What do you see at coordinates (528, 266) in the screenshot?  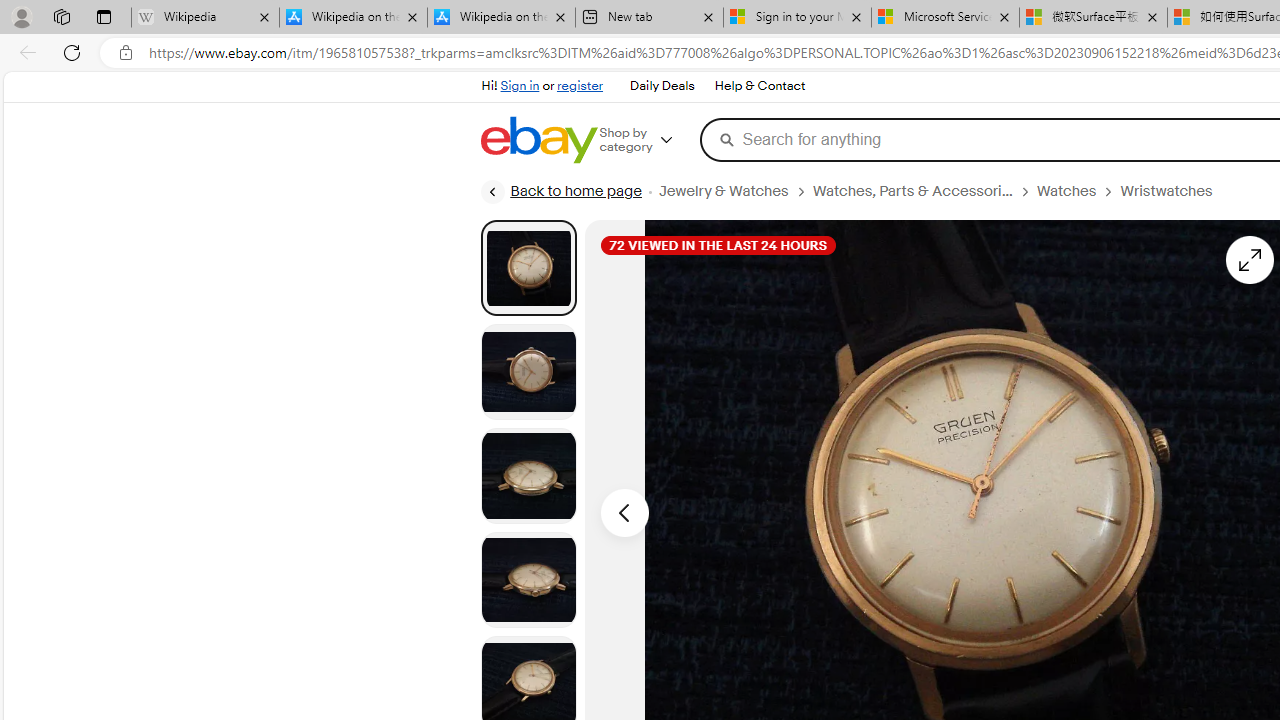 I see `'Picture 1 of 8'` at bounding box center [528, 266].